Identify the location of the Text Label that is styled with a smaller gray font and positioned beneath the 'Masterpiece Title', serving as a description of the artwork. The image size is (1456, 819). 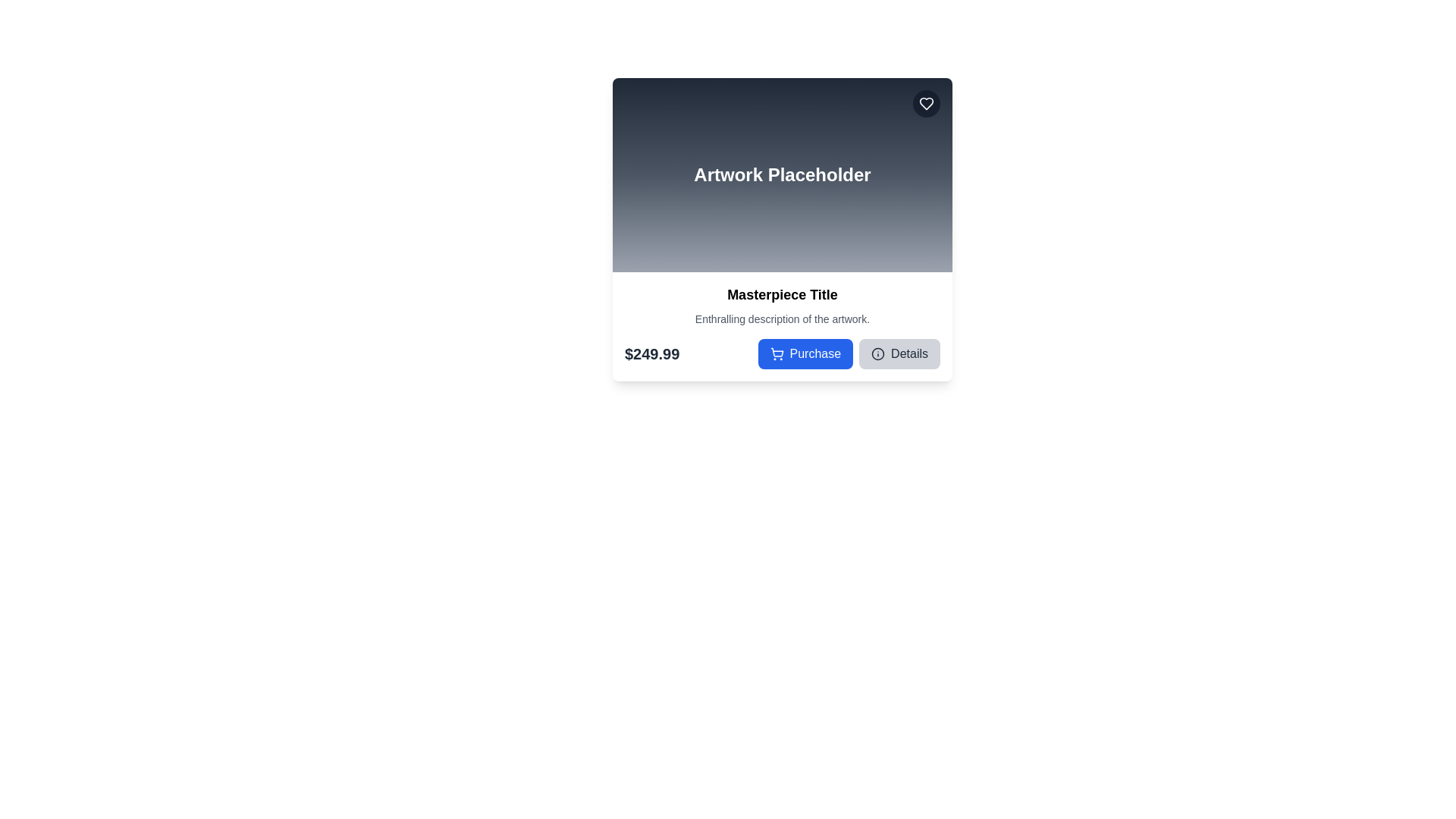
(783, 318).